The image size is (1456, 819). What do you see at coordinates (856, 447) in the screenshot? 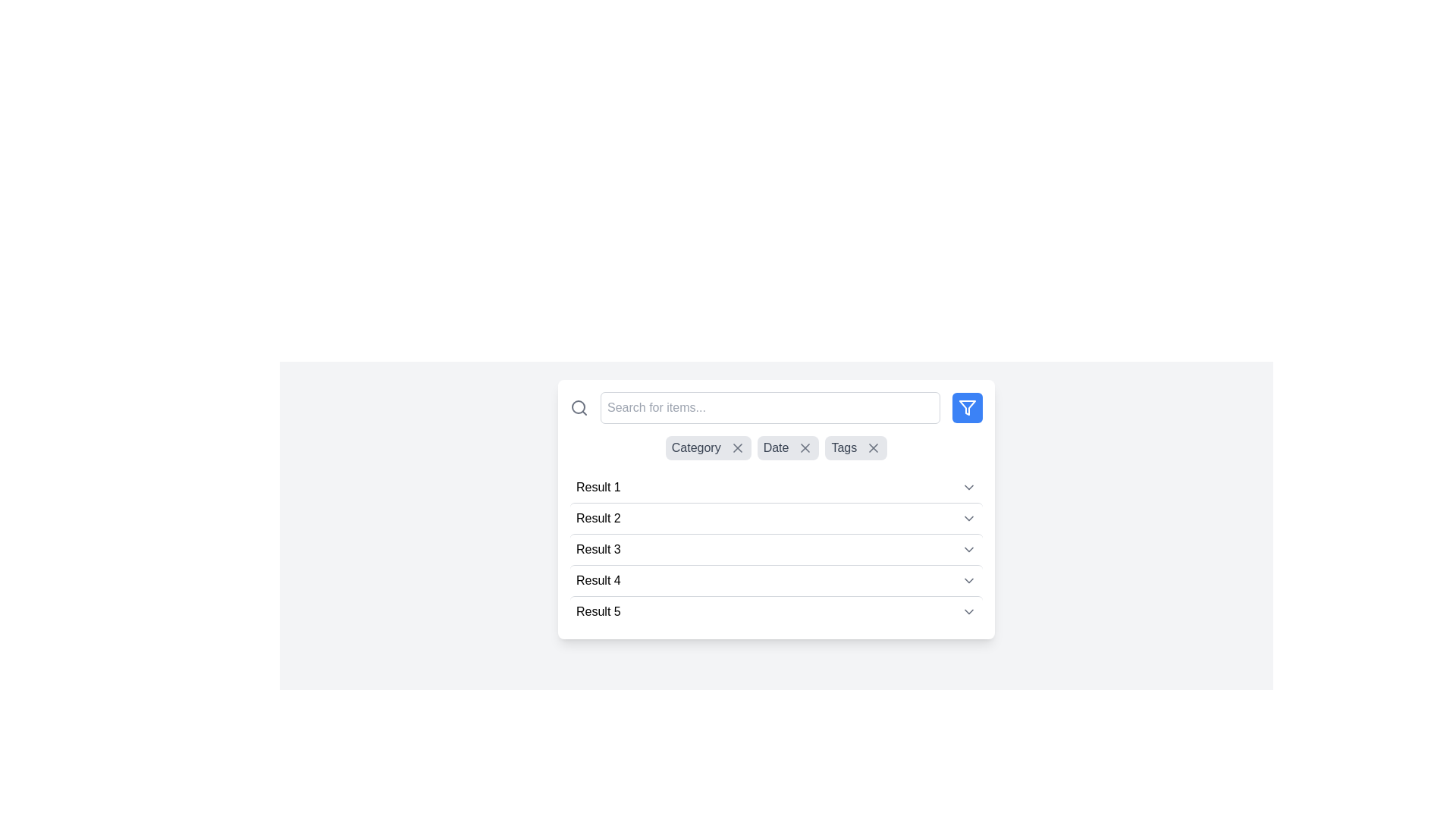
I see `the 'Tags' pill filter with close button` at bounding box center [856, 447].